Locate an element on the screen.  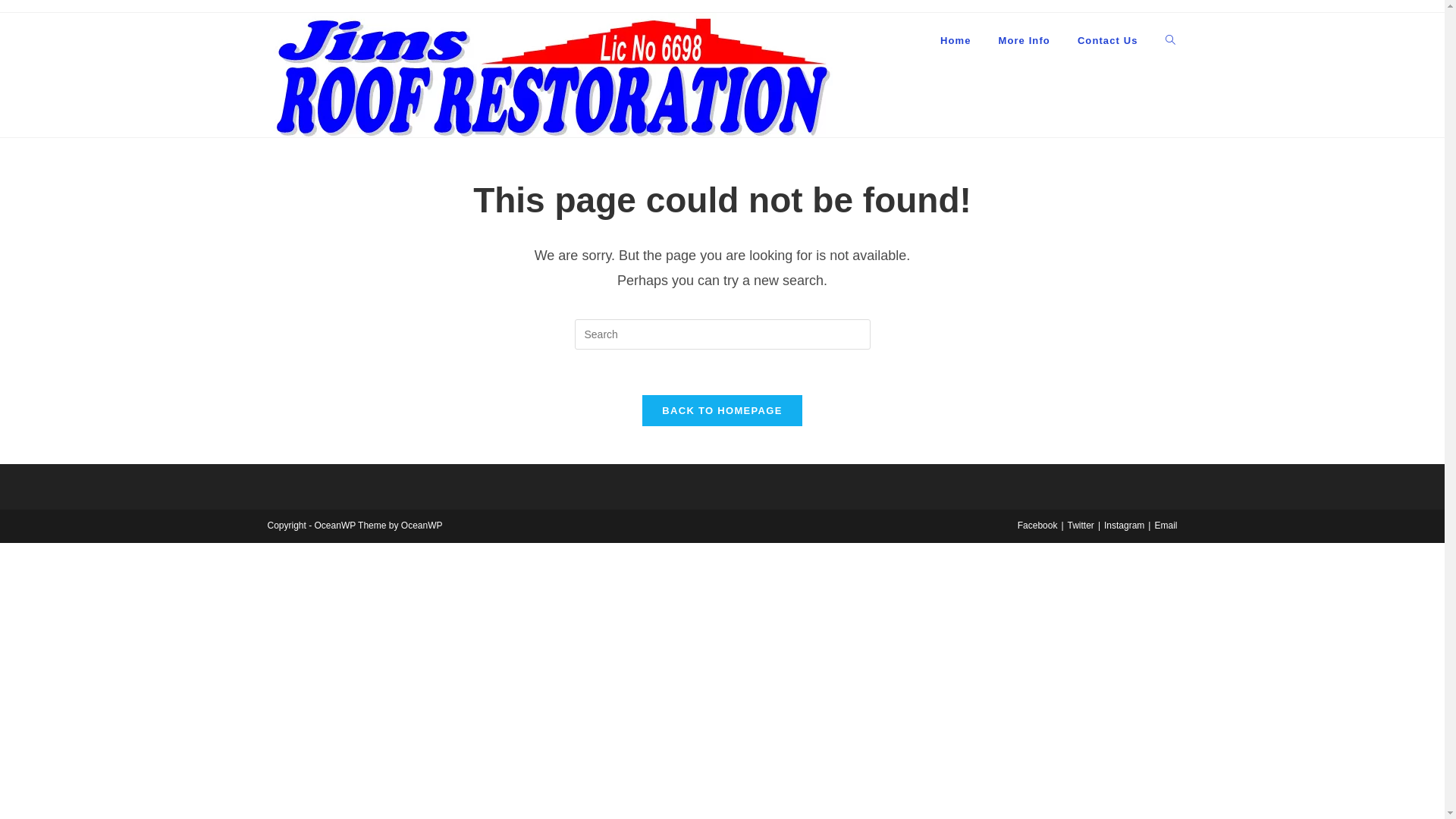
'Home' is located at coordinates (926, 40).